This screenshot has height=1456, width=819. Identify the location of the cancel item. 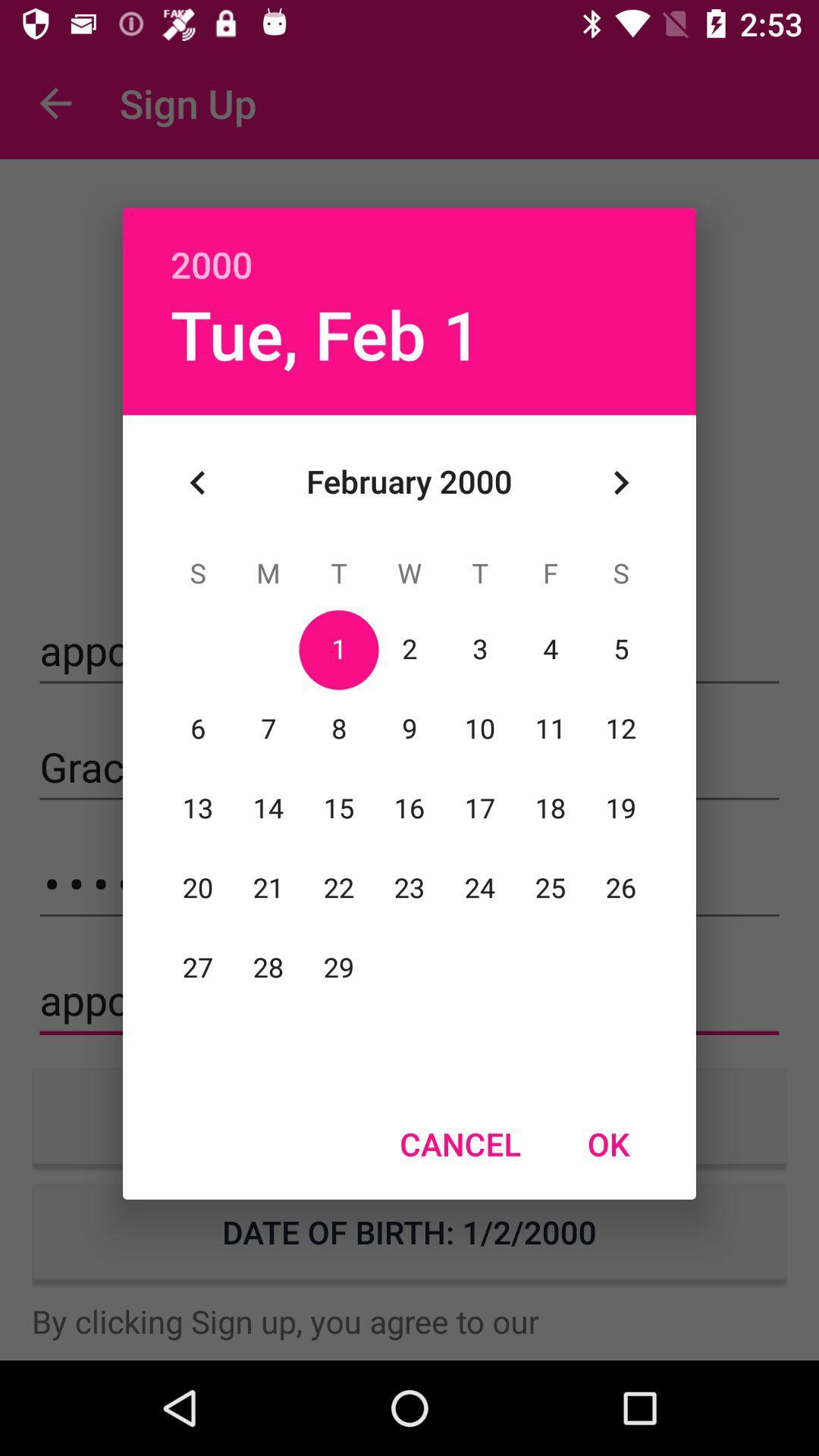
(460, 1144).